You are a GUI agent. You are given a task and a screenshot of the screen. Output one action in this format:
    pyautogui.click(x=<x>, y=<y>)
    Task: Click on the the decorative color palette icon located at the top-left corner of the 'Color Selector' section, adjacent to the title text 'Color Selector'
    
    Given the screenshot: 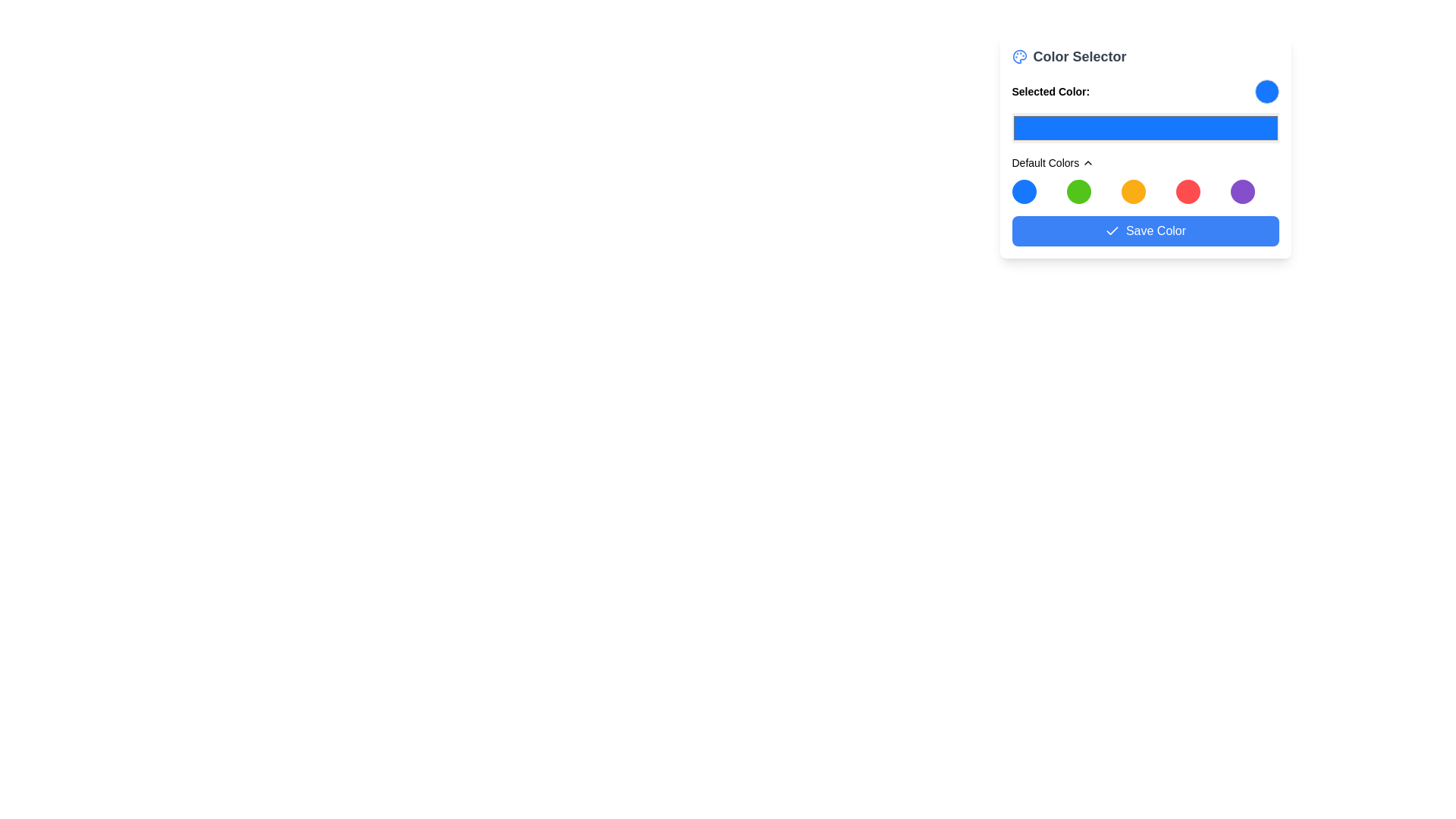 What is the action you would take?
    pyautogui.click(x=1019, y=55)
    